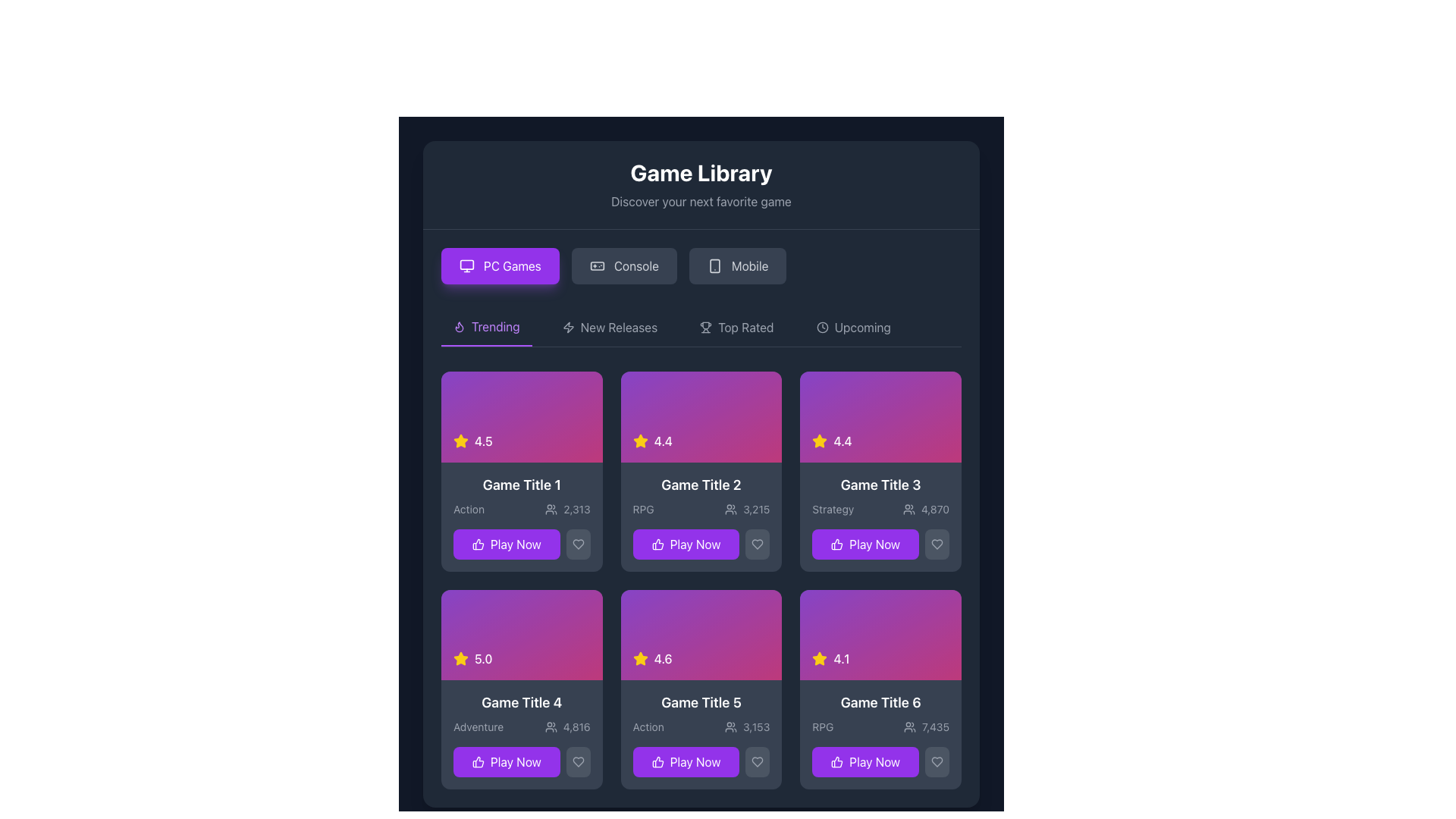 Image resolution: width=1456 pixels, height=819 pixels. I want to click on the 'Play Now' button on the Game information card for 'Game Title 5' which is located in the second row and second column of the game cards in the 'Game Library' section, so click(701, 734).